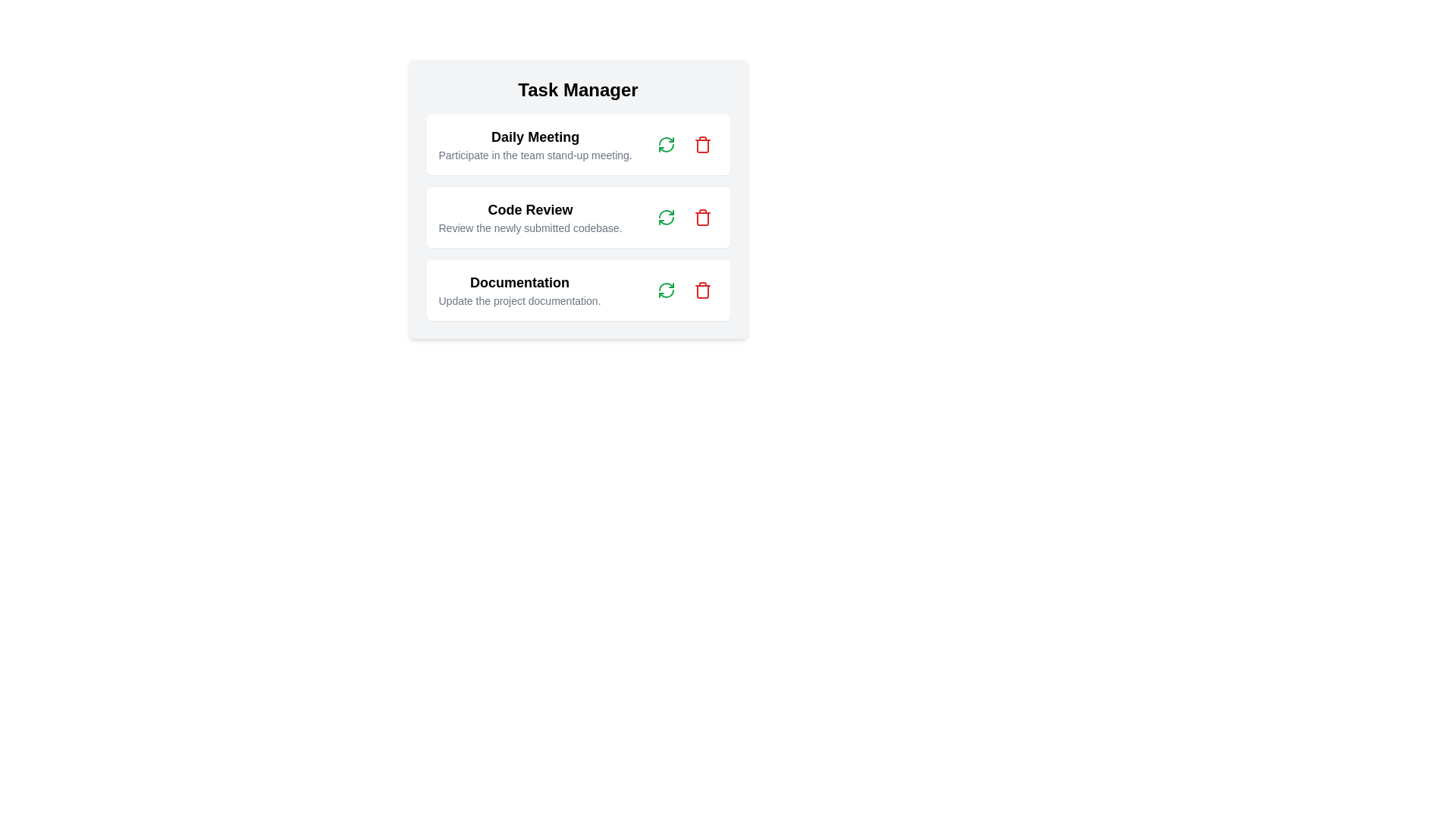  Describe the element at coordinates (535, 155) in the screenshot. I see `the text label that says 'Participate in the team stand-up meeting.' which is styled in a smaller gray font and located below the 'Daily Meeting' title in the first task card` at that location.